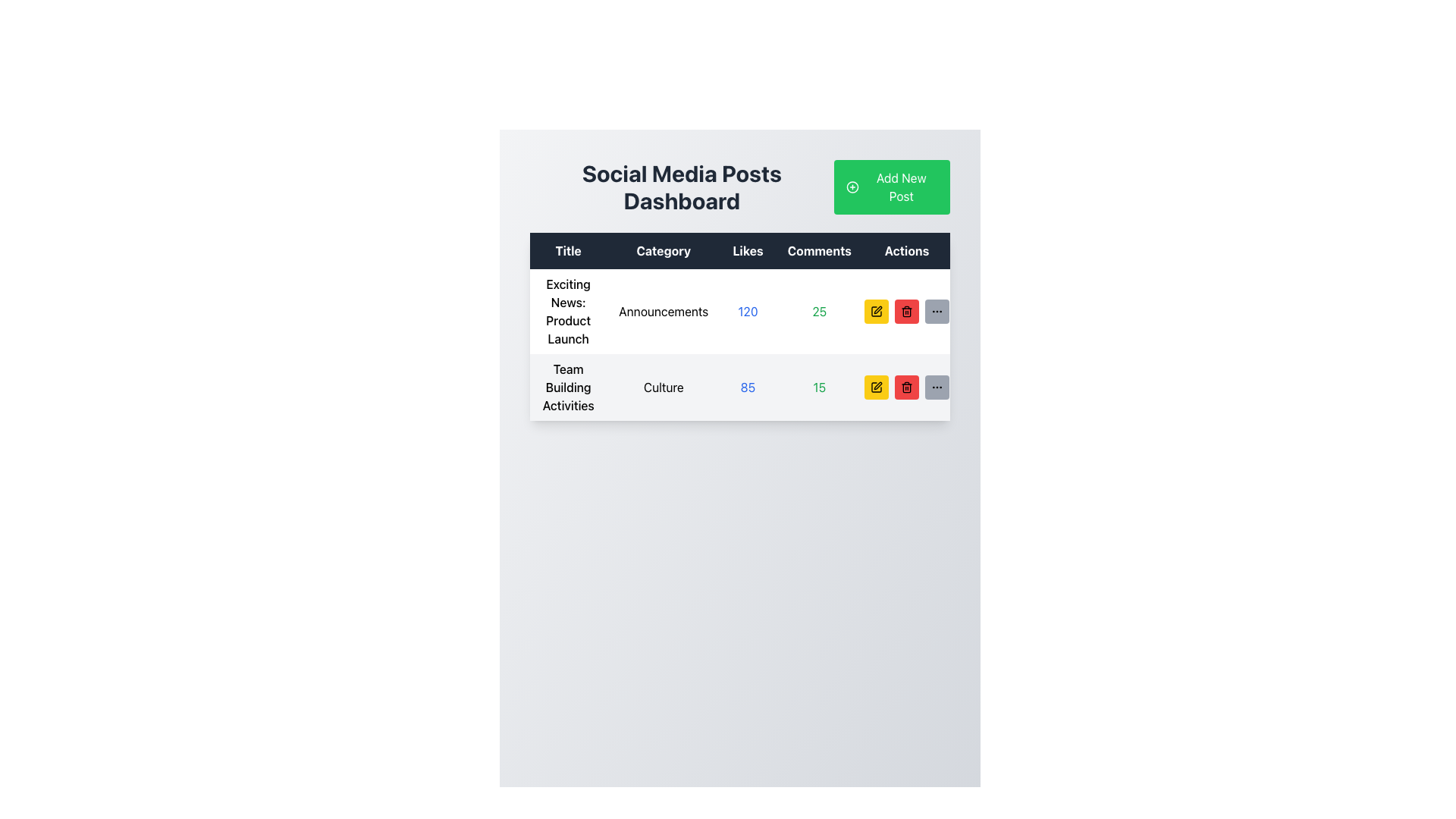 The height and width of the screenshot is (819, 1456). I want to click on the 'Actions' column header, which is the last column header displaying the text in bold white typography on a dark navy blue background, so click(906, 250).